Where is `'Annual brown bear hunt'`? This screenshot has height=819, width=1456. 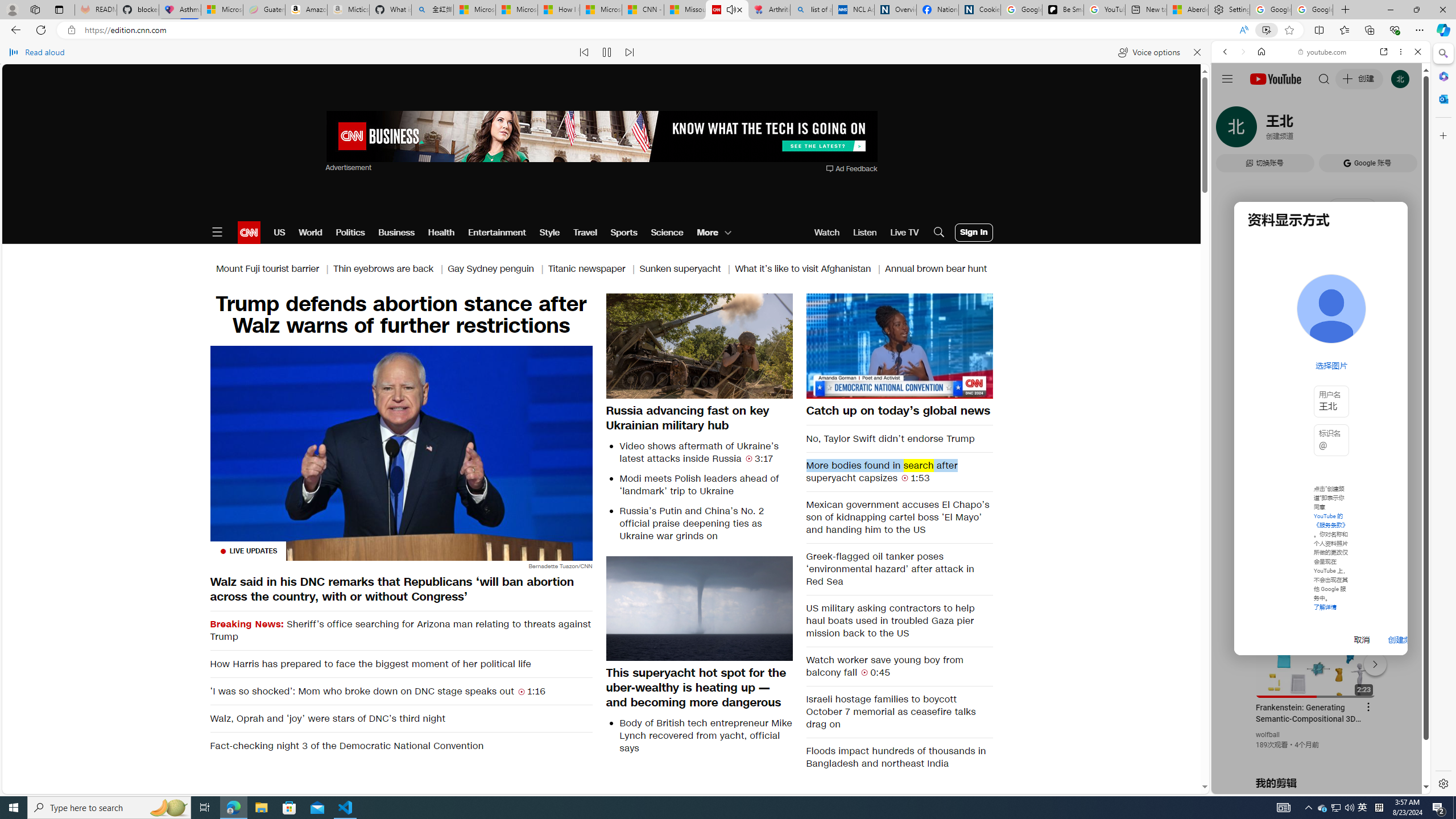
'Annual brown bear hunt' is located at coordinates (936, 268).